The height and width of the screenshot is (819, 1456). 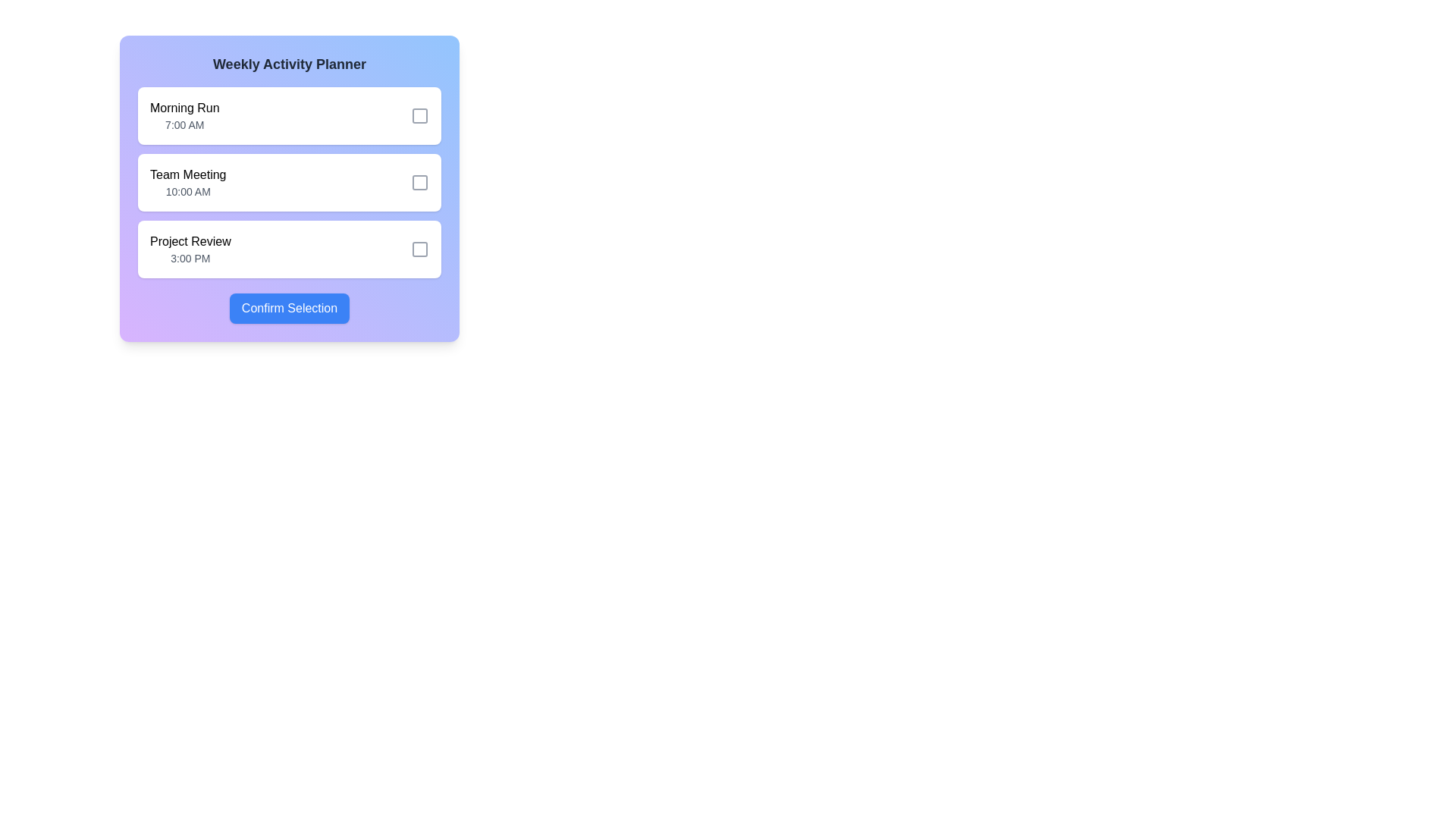 What do you see at coordinates (184, 107) in the screenshot?
I see `the label indicating the title of a scheduled activity in the 'Weekly Activity Planner' section` at bounding box center [184, 107].